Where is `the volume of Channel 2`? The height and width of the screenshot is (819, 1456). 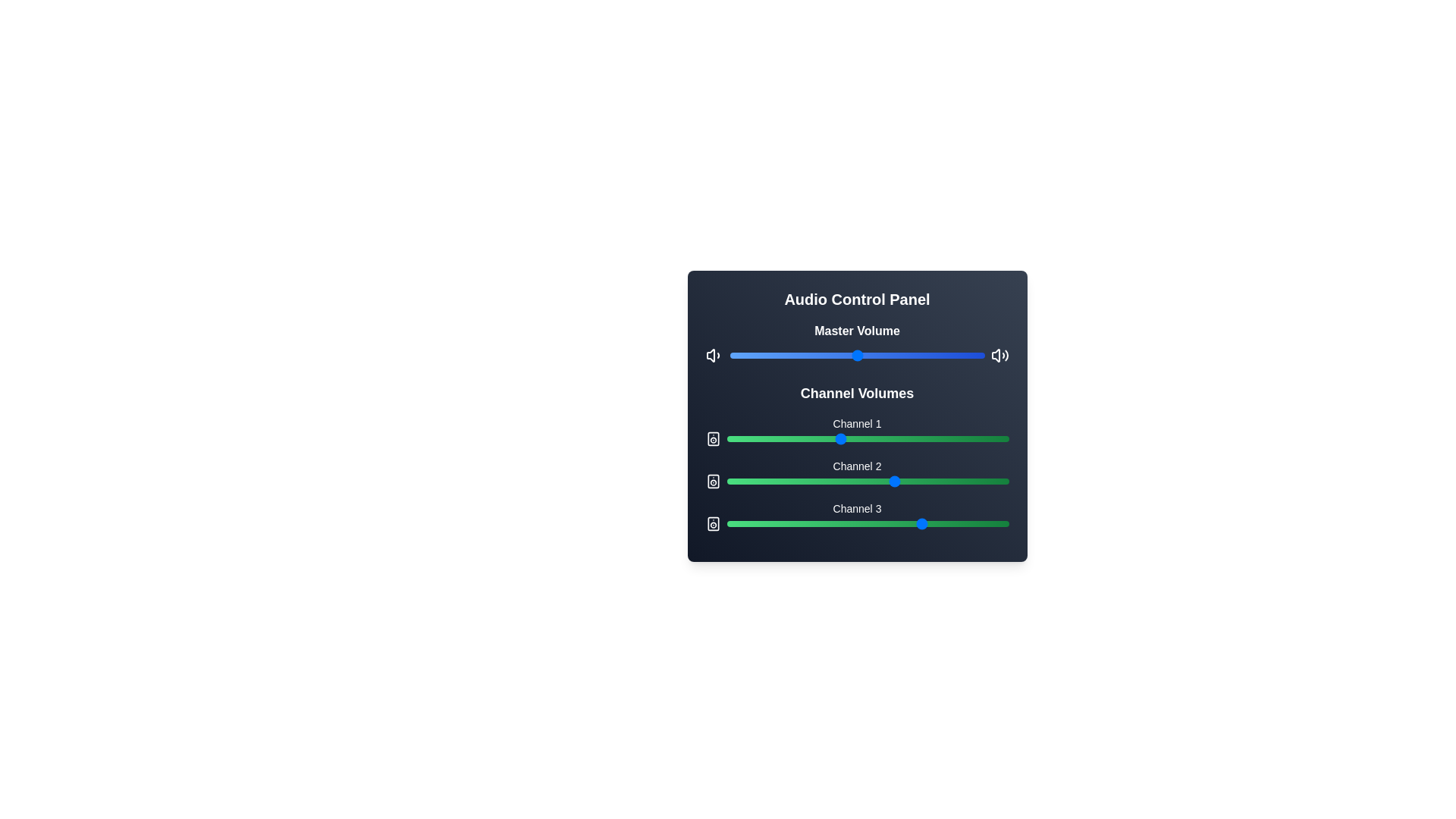
the volume of Channel 2 is located at coordinates (890, 482).